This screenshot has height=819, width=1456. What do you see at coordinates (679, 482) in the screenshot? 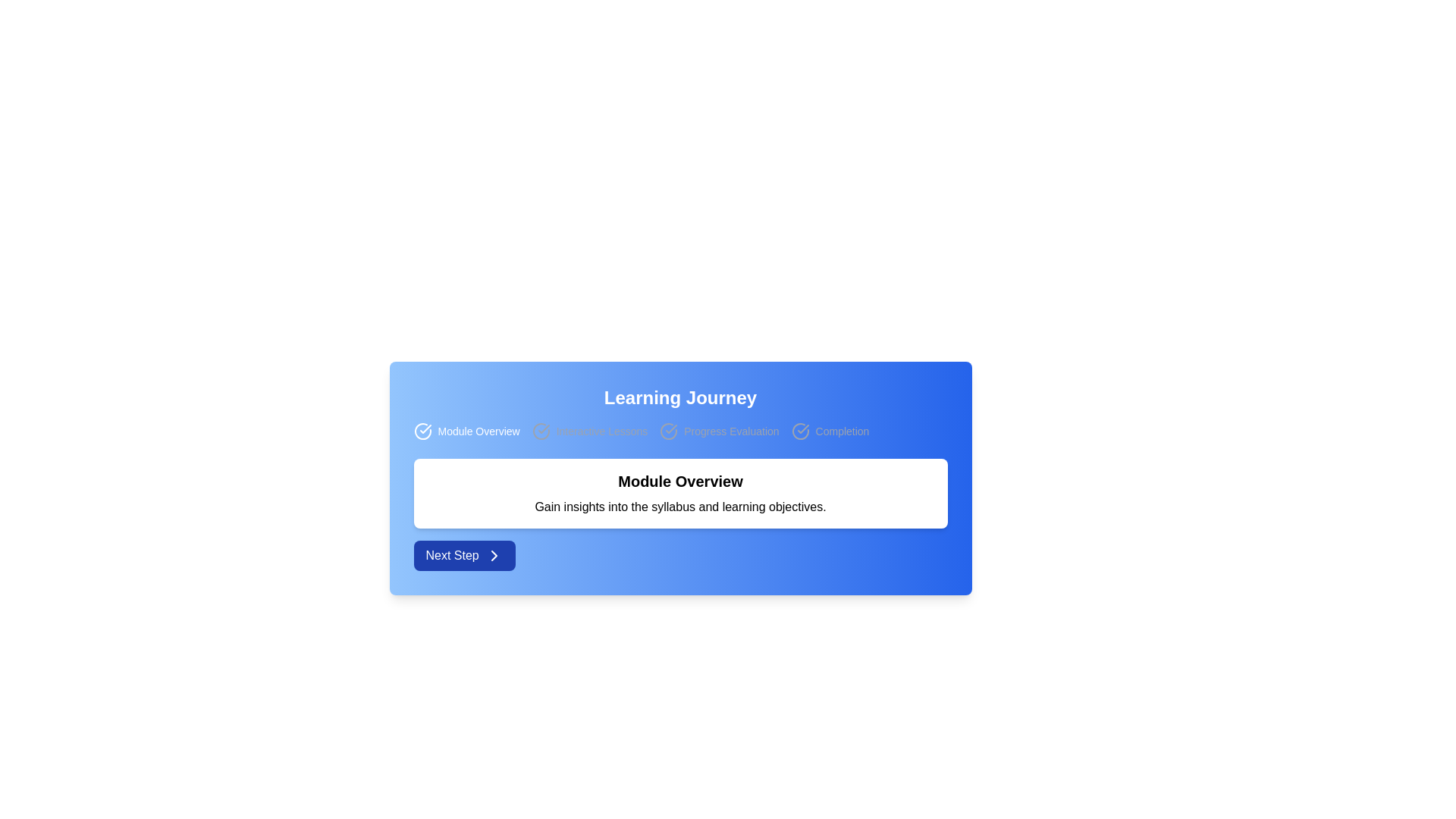
I see `bold, large-sized text label that says 'Module Overview' in the upper section of the white rectangular card` at bounding box center [679, 482].